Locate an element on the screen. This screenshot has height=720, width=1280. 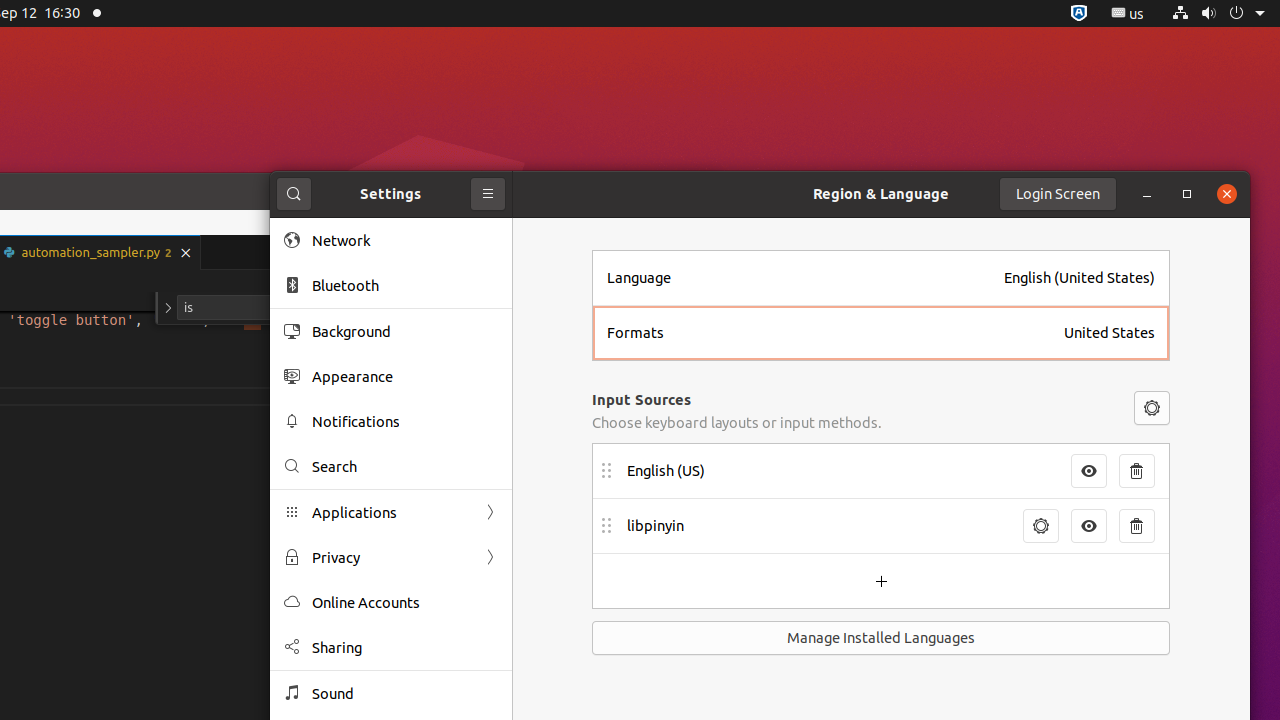
'Applications' is located at coordinates (391, 511).